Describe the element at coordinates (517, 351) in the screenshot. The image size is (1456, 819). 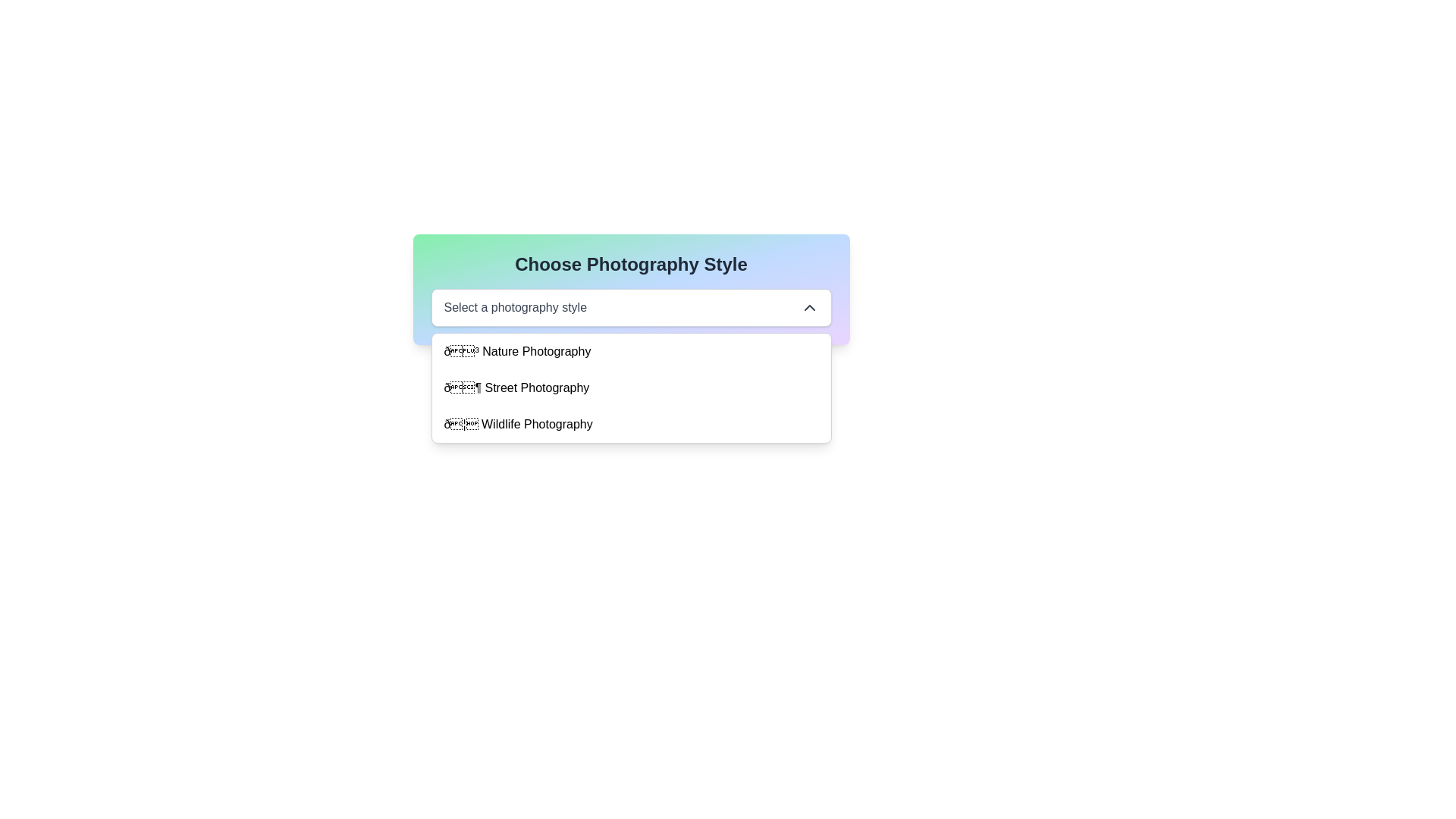
I see `the first option in the 'Choose Photography Style' dropdown menu and select it using keyboard controls` at that location.